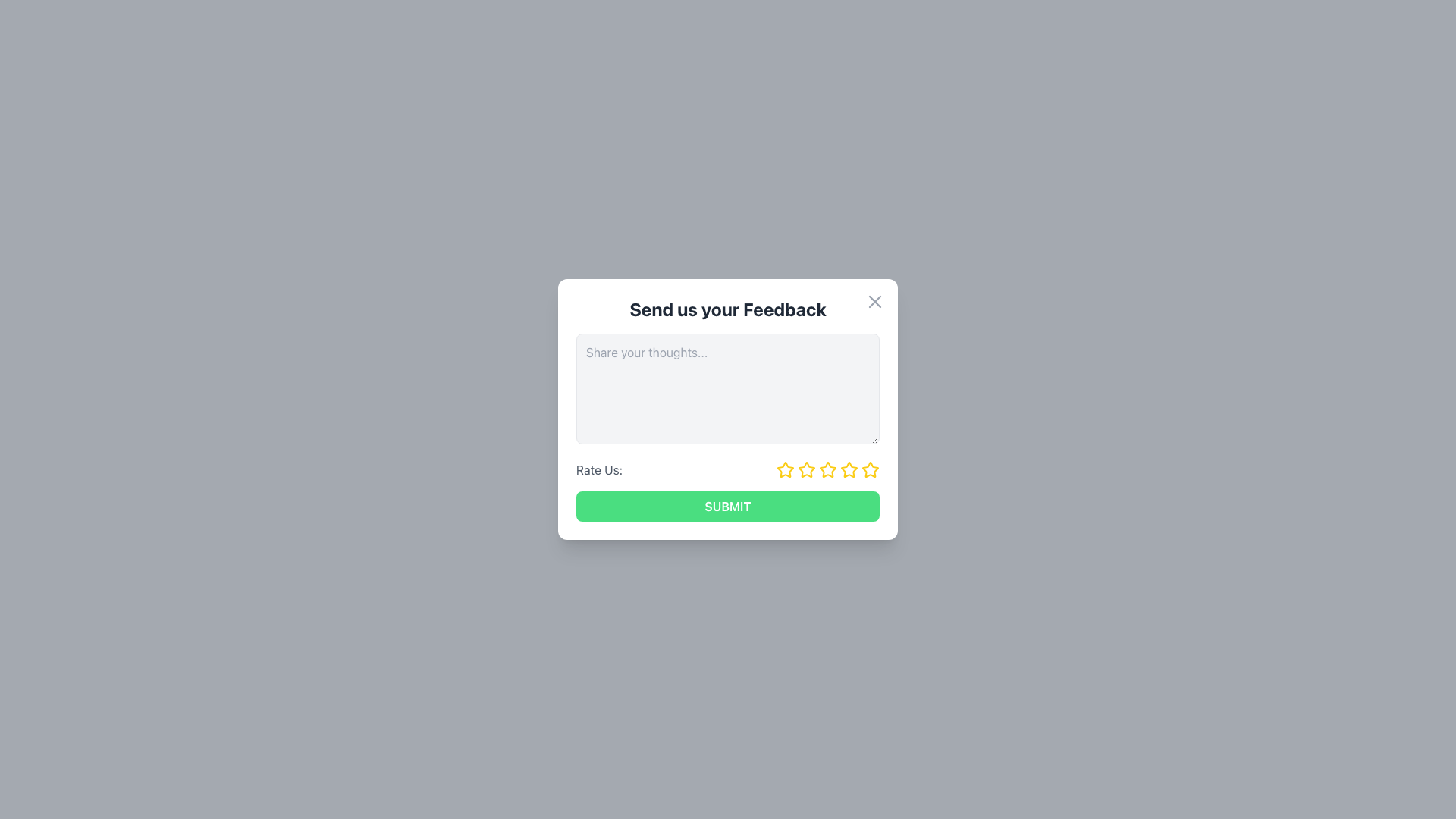  What do you see at coordinates (827, 469) in the screenshot?
I see `the fourth star-shaped clickable rating icon with a yellow outline located under the 'Rate Us' heading in the feedback form` at bounding box center [827, 469].